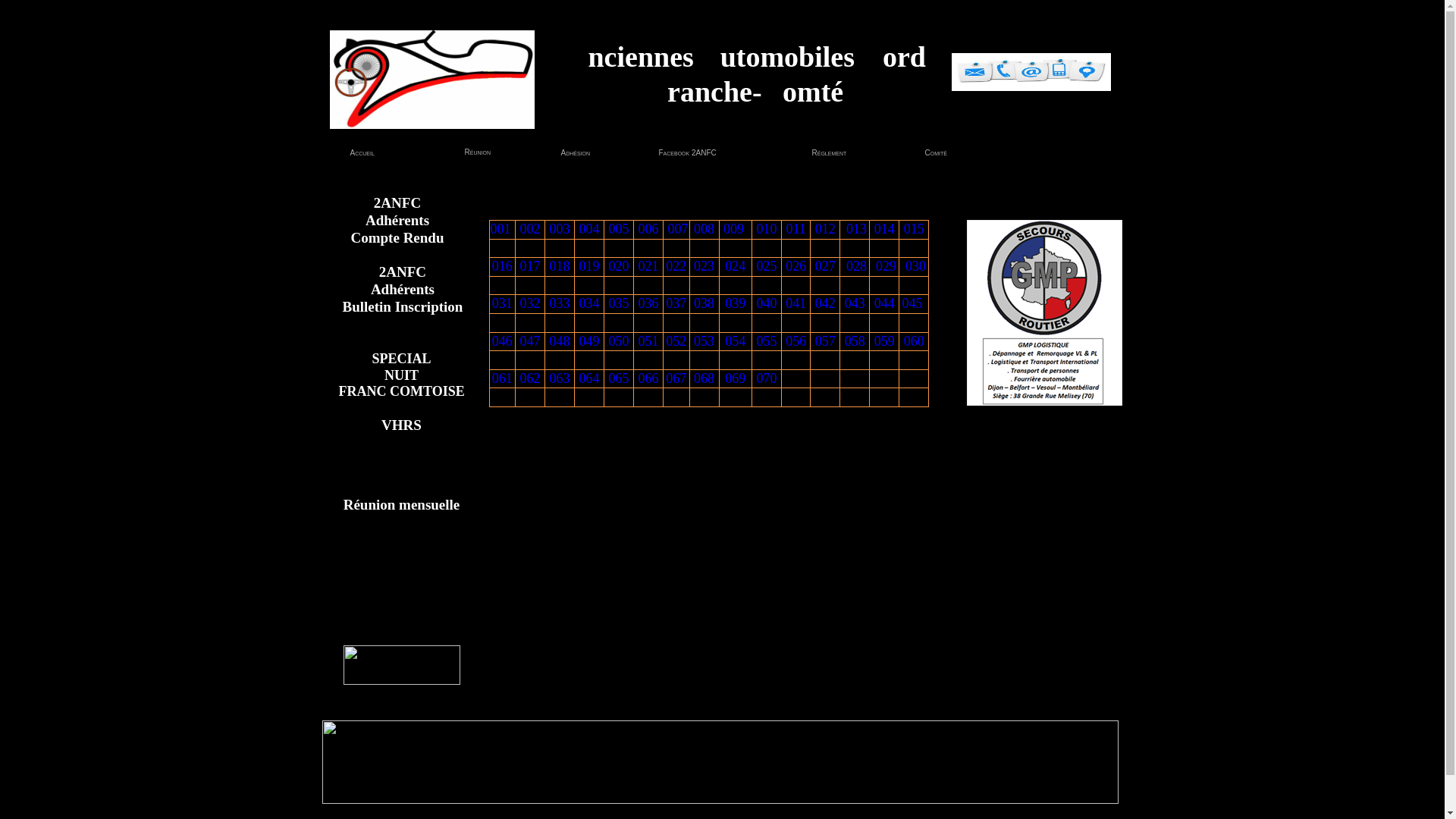  Describe the element at coordinates (884, 265) in the screenshot. I see `' 029'` at that location.